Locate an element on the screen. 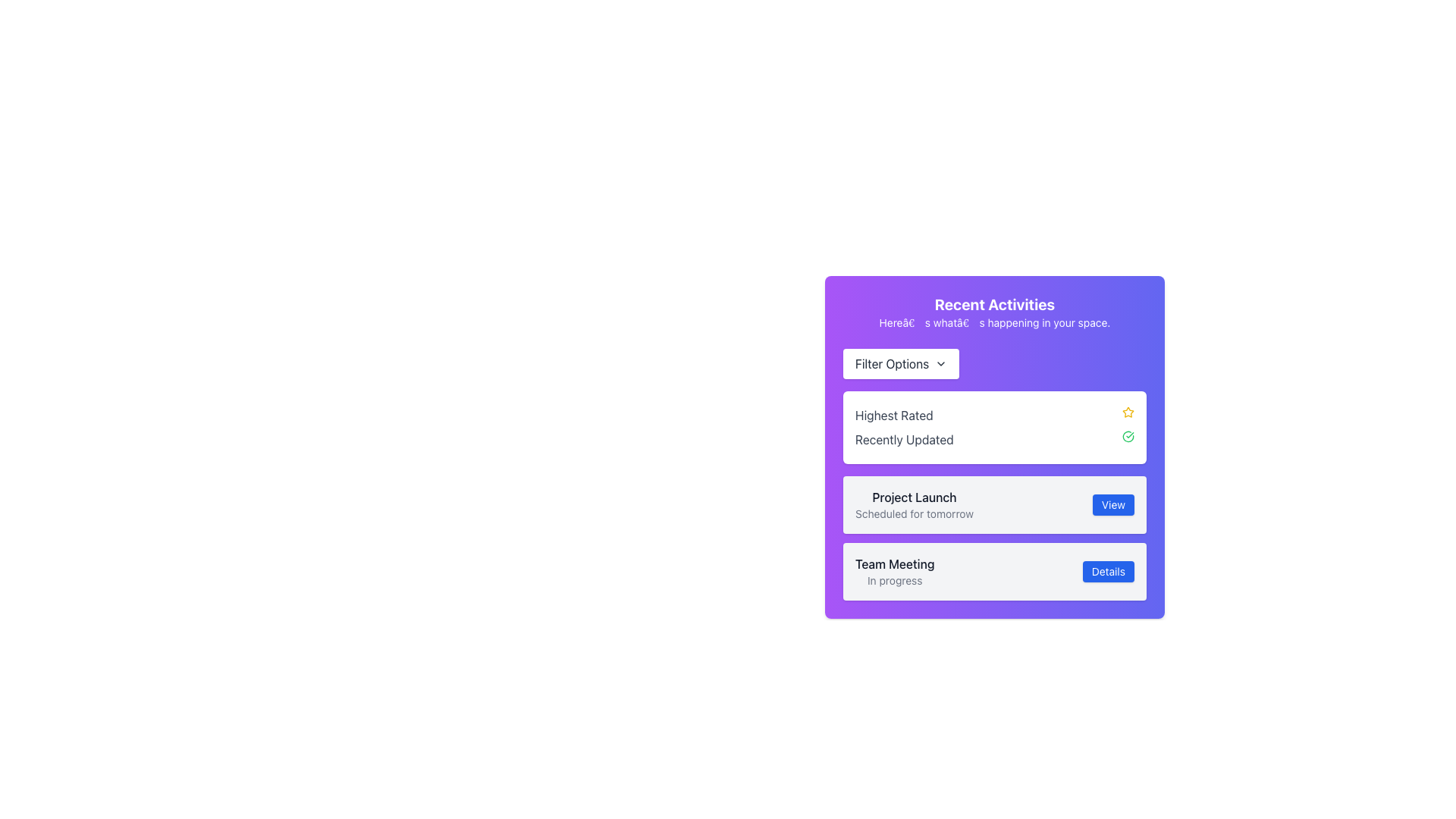 The height and width of the screenshot is (819, 1456). the non-interactive vector graphic icon located at the top-right corner of the 'Highest Rated' card in the 'Recent Activities' section of the dashboard is located at coordinates (1128, 436).